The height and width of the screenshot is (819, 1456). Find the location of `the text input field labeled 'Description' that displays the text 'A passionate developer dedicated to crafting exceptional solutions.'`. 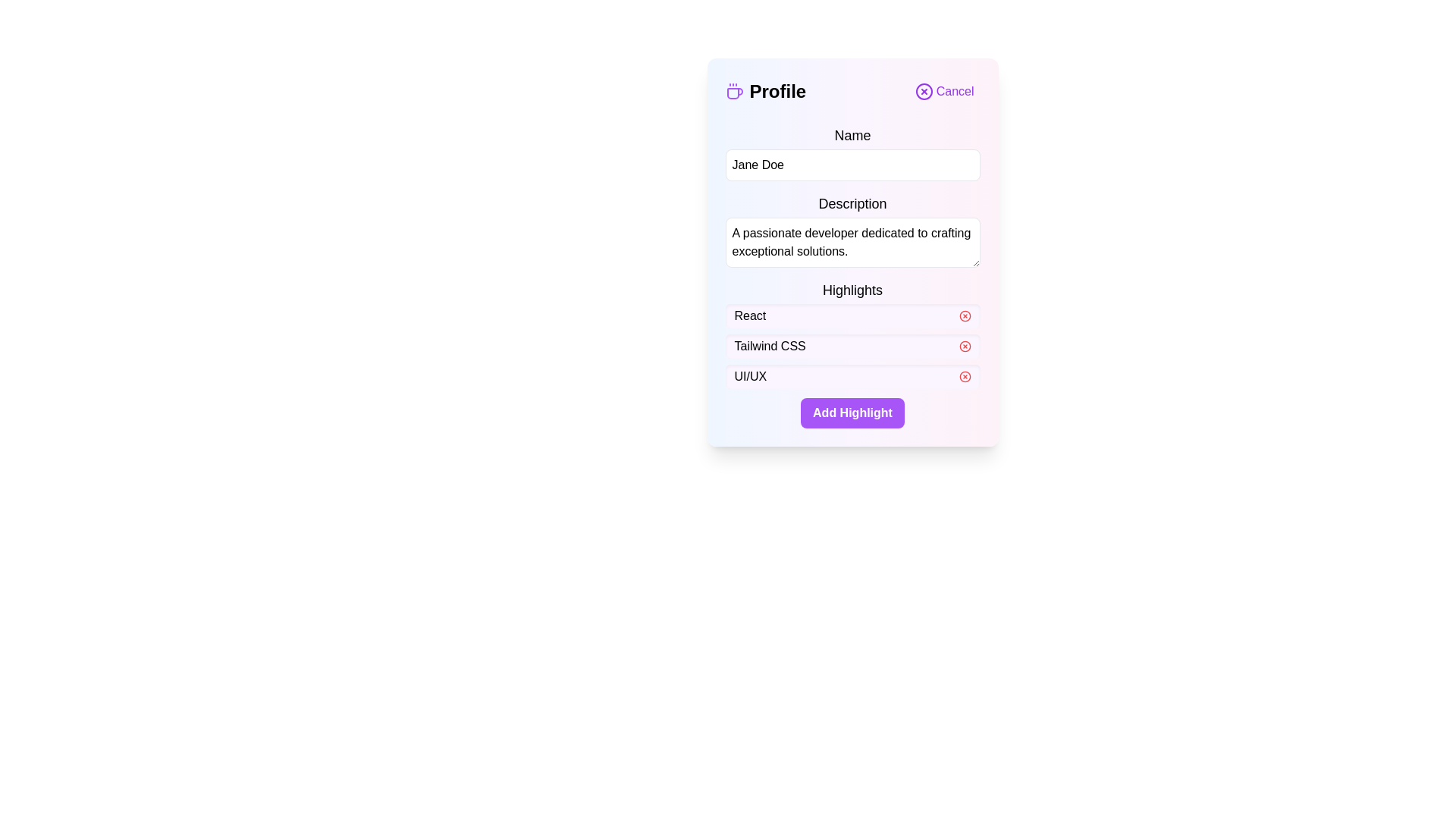

the text input field labeled 'Description' that displays the text 'A passionate developer dedicated to crafting exceptional solutions.' is located at coordinates (852, 231).